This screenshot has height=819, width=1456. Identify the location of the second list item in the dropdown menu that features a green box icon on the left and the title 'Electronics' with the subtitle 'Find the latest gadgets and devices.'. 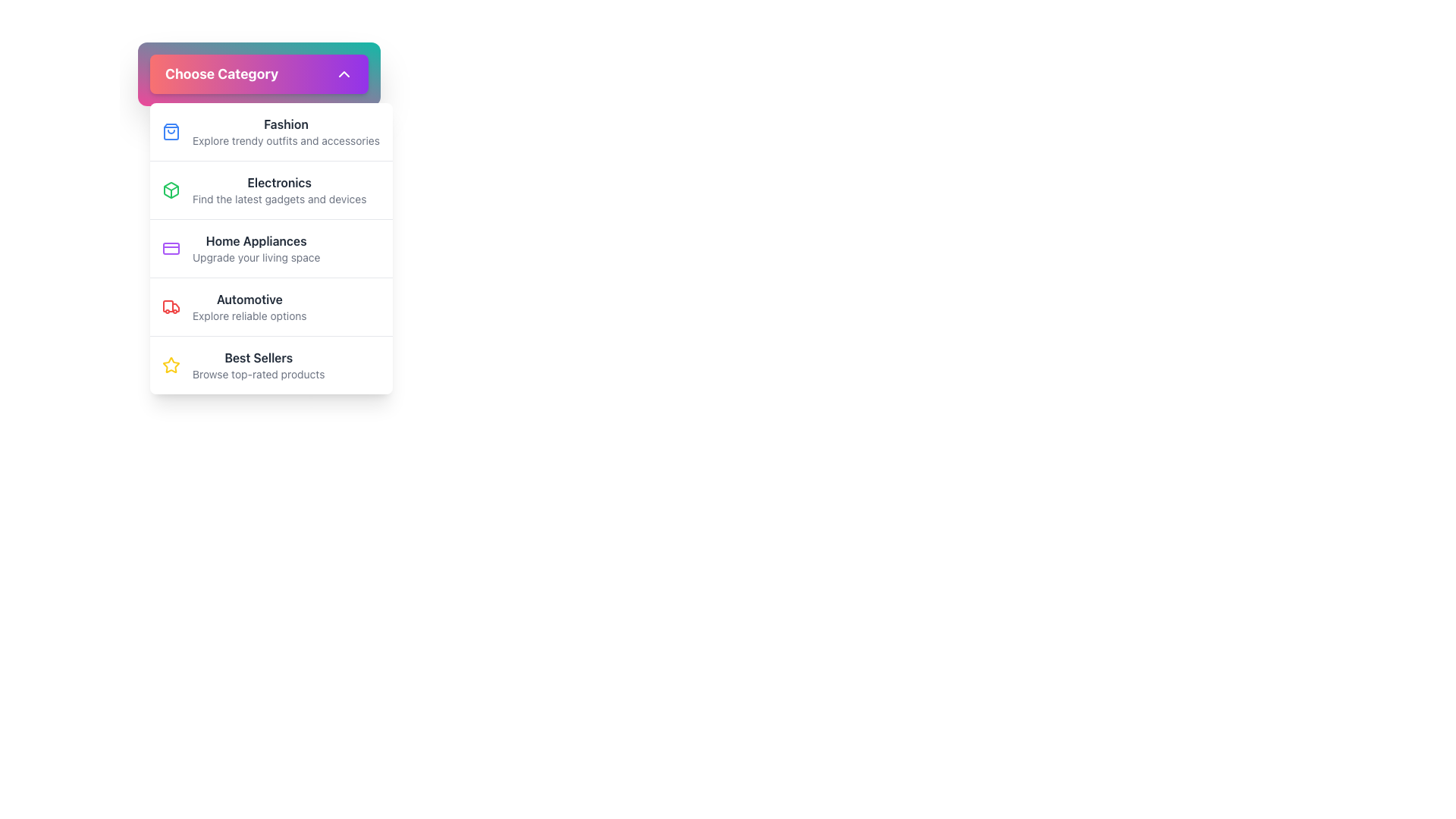
(271, 189).